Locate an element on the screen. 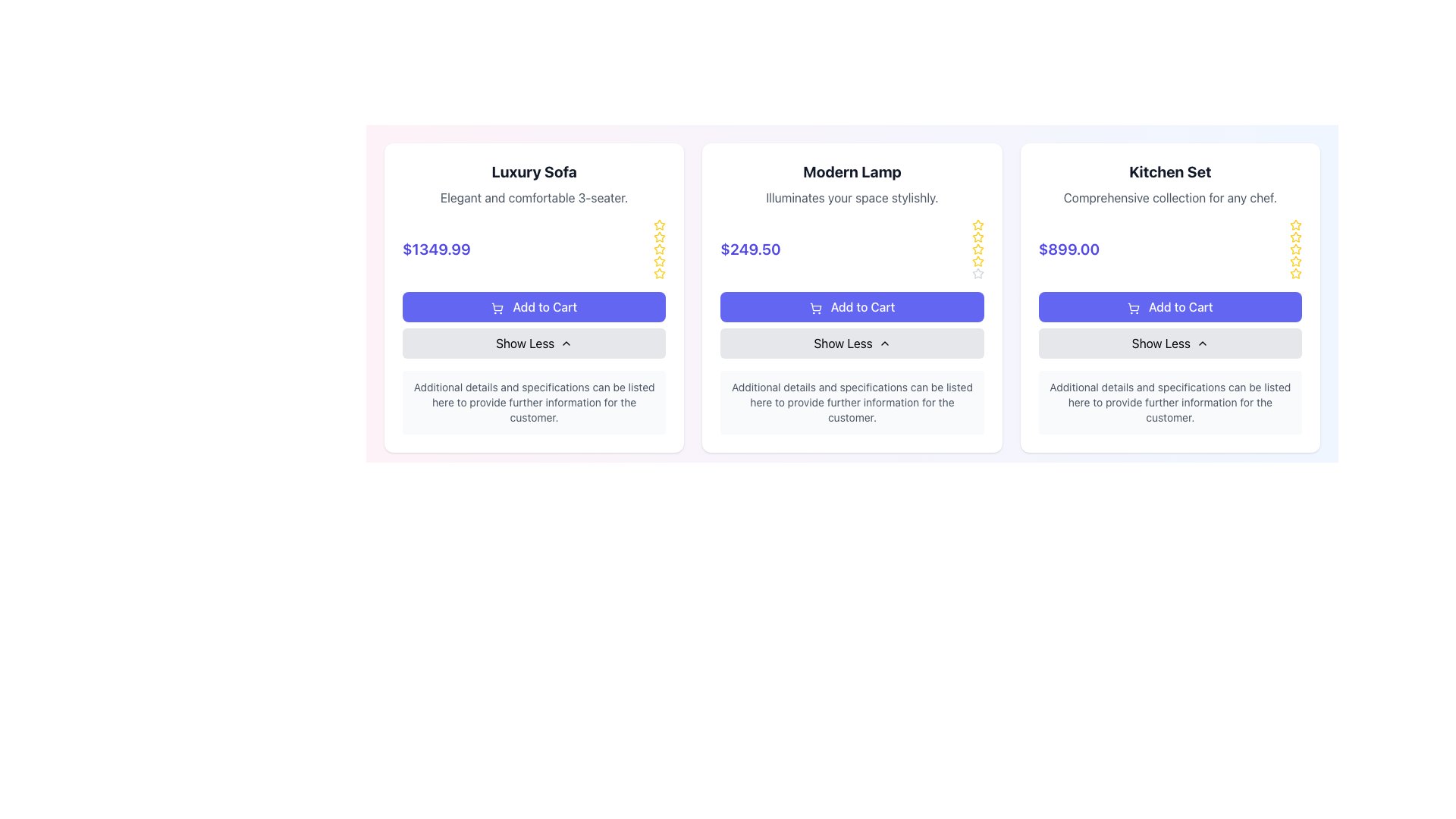 This screenshot has height=819, width=1456. the 'Add to Cart' button, which is a vibrant indigo rectangular button with rounded corners and white text, located in the third card from the left, just below the price tag of '$899.00' is located at coordinates (1169, 307).